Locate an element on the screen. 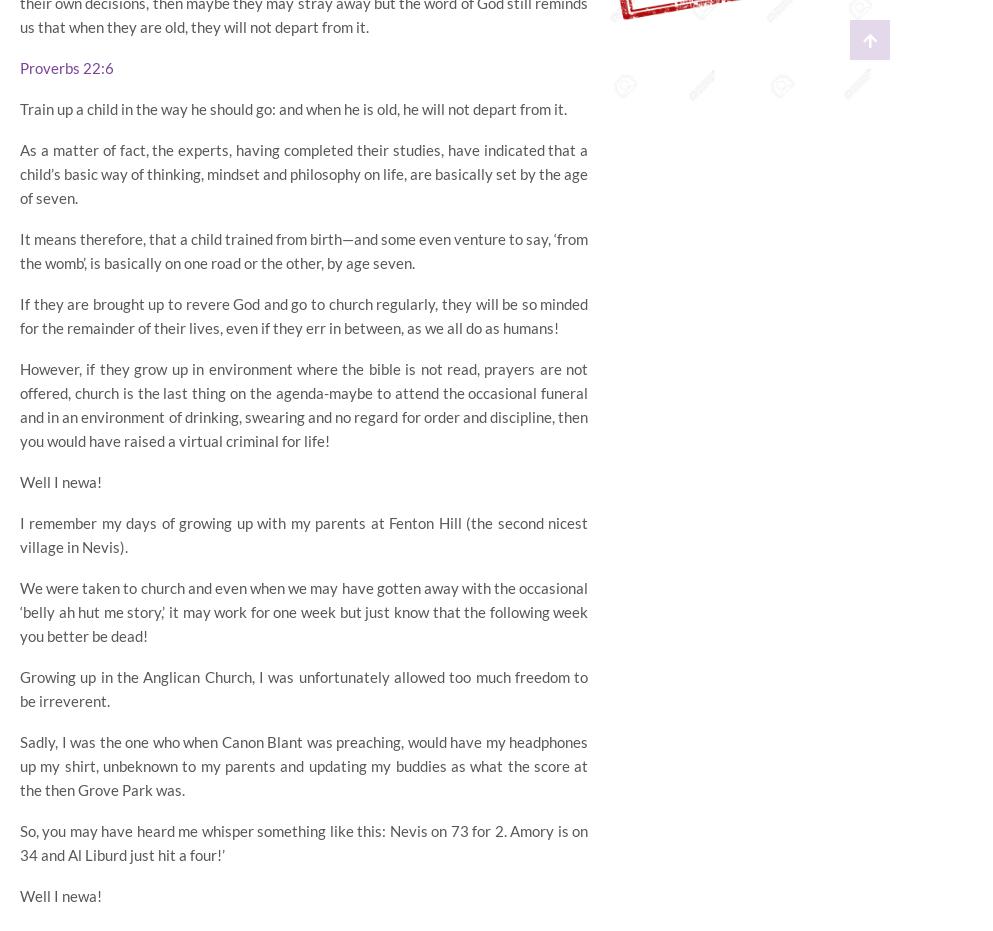 This screenshot has width=993, height=931. 'Growing up in the Anglican Church, I was unfortunately allowed too much freedom to be irreverent.' is located at coordinates (18, 687).